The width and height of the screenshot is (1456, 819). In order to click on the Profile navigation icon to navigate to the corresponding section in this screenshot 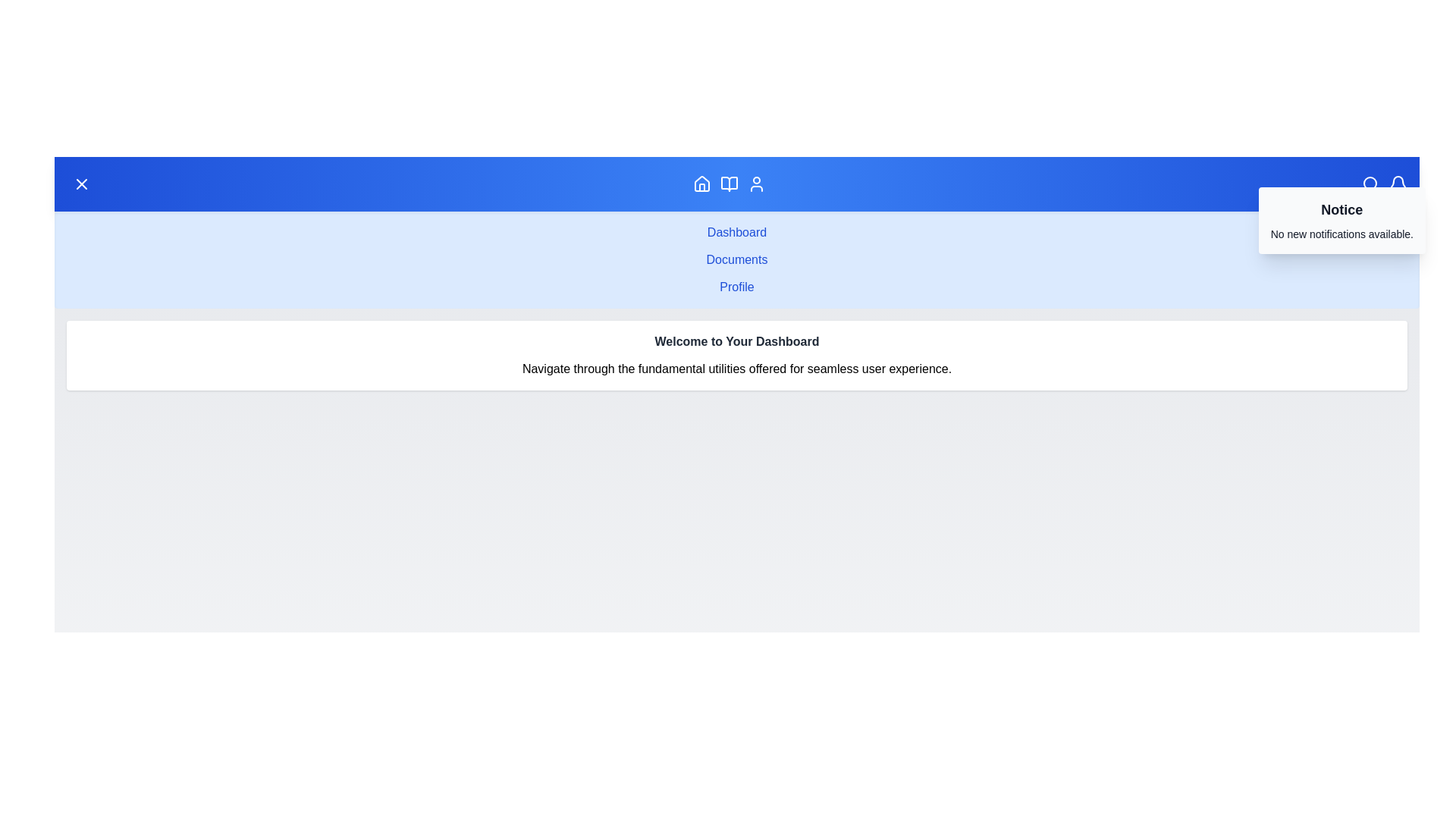, I will do `click(757, 184)`.